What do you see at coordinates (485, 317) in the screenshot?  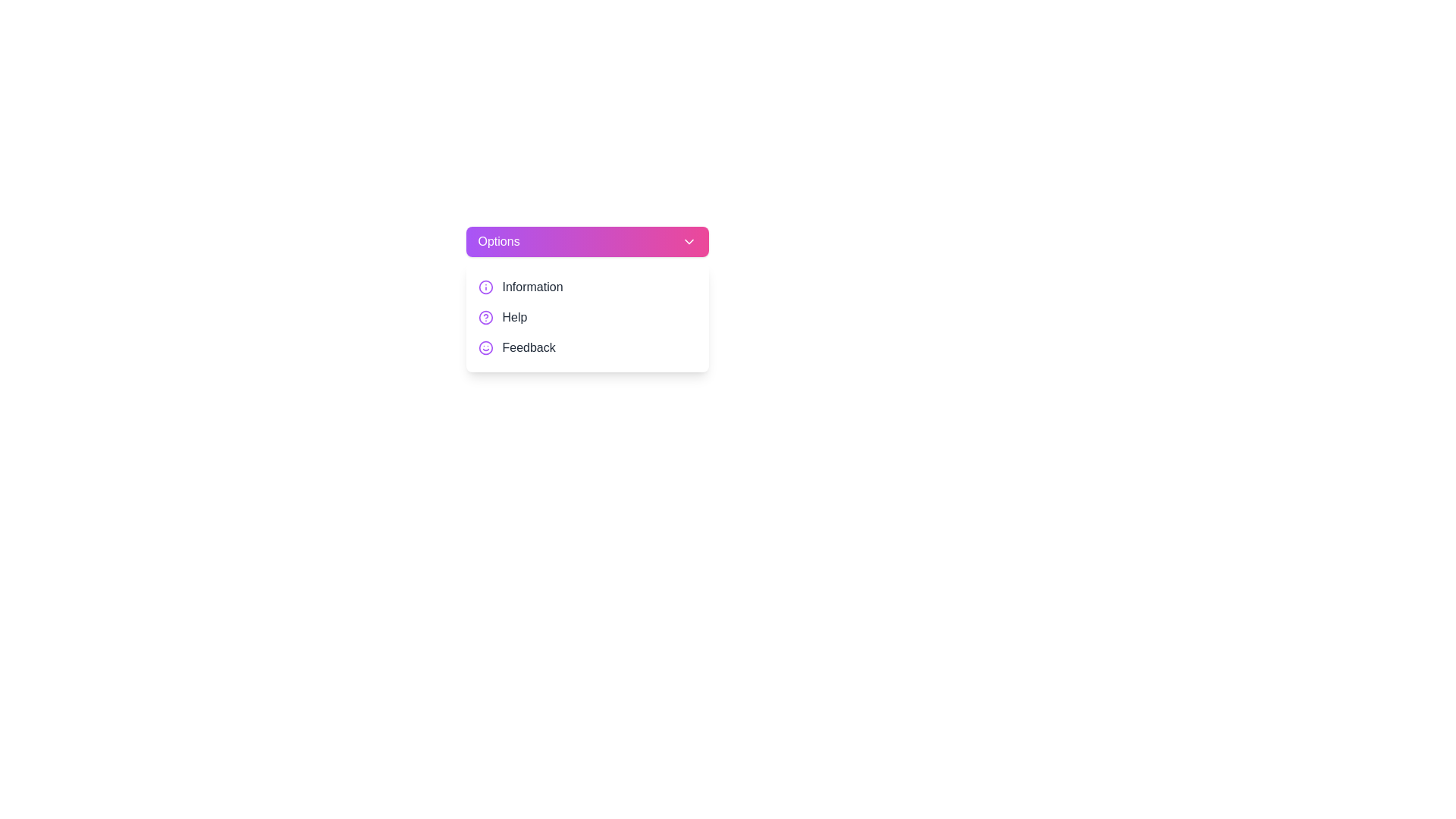 I see `the circular help icon with a question mark inside, which has a purple border and is located in the second row of the dropdown menu next to the 'Help' text` at bounding box center [485, 317].